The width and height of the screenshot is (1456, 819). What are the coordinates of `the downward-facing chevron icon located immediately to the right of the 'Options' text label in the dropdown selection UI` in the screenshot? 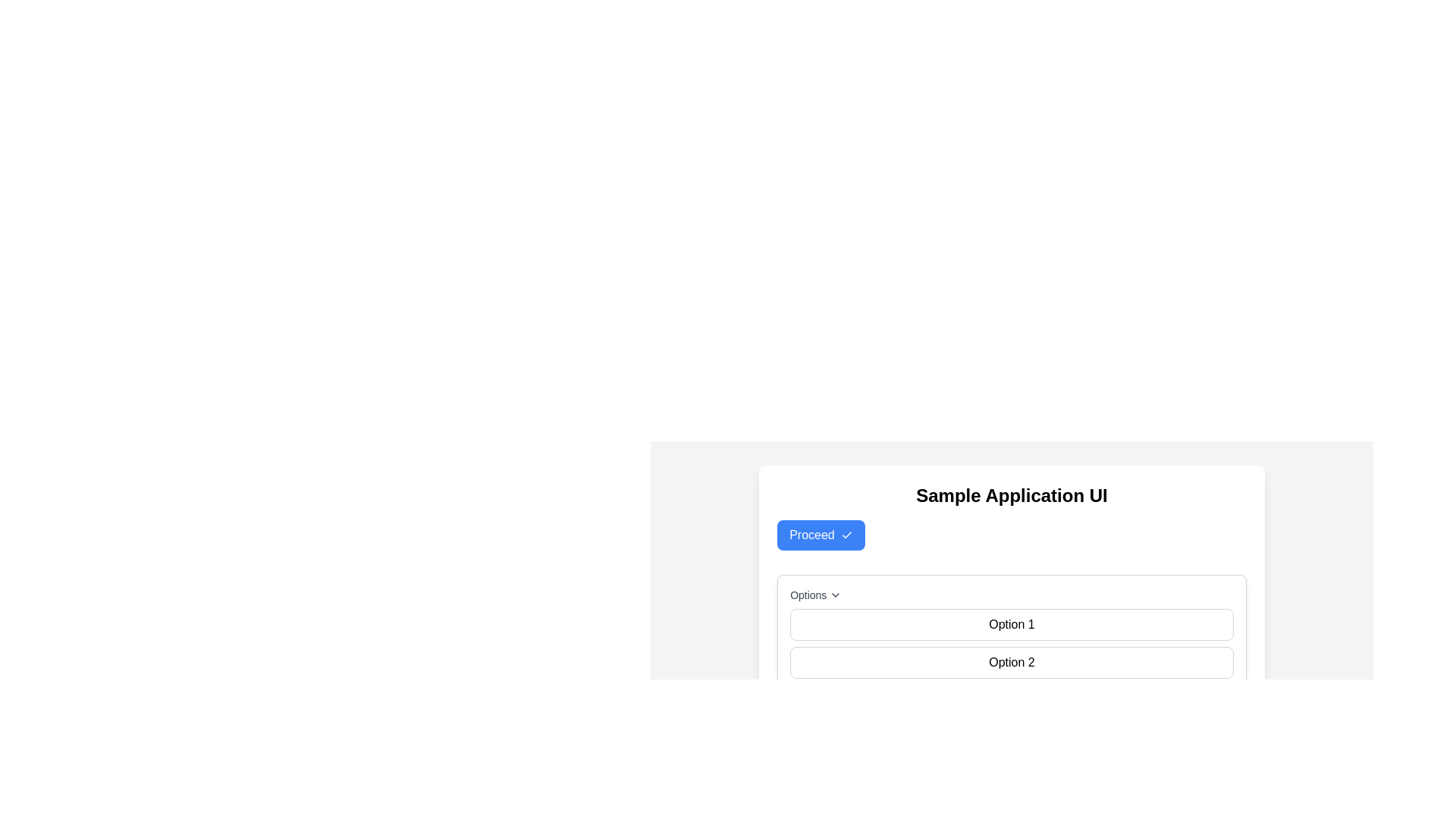 It's located at (835, 595).